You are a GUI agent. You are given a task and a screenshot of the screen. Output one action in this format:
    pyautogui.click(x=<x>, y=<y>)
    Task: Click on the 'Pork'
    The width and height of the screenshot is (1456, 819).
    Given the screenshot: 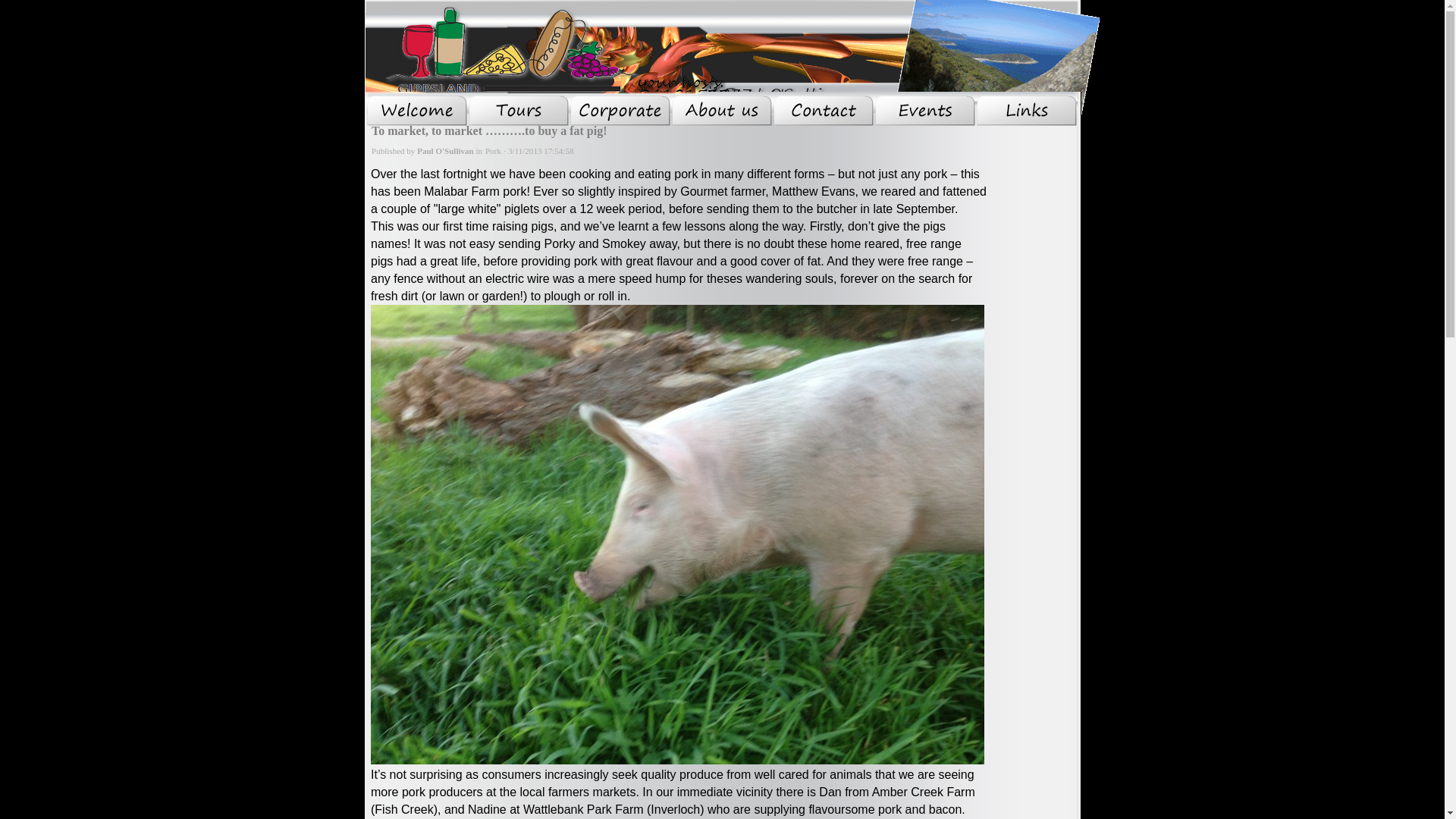 What is the action you would take?
    pyautogui.click(x=493, y=151)
    